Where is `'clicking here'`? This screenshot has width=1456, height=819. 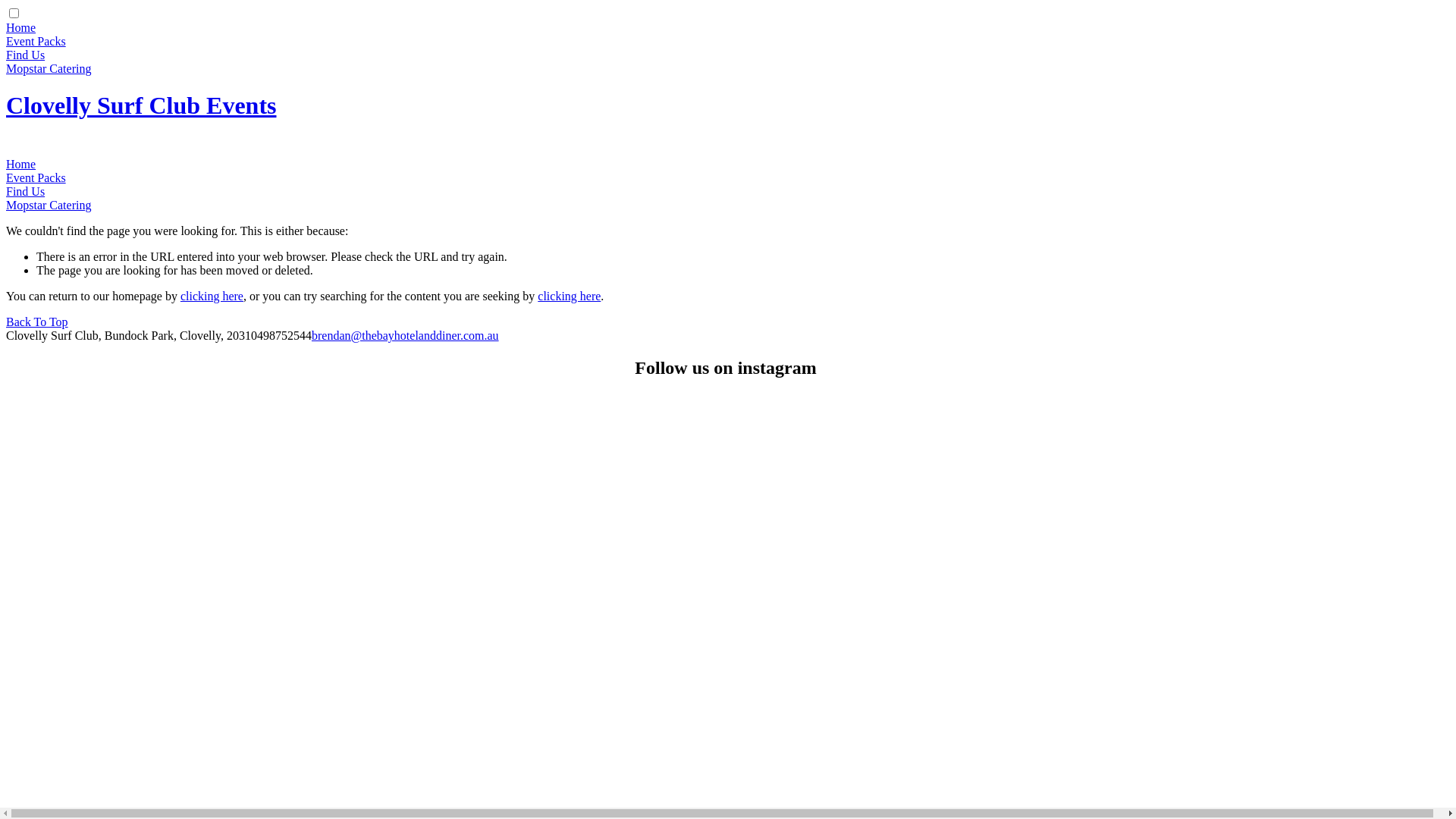 'clicking here' is located at coordinates (211, 296).